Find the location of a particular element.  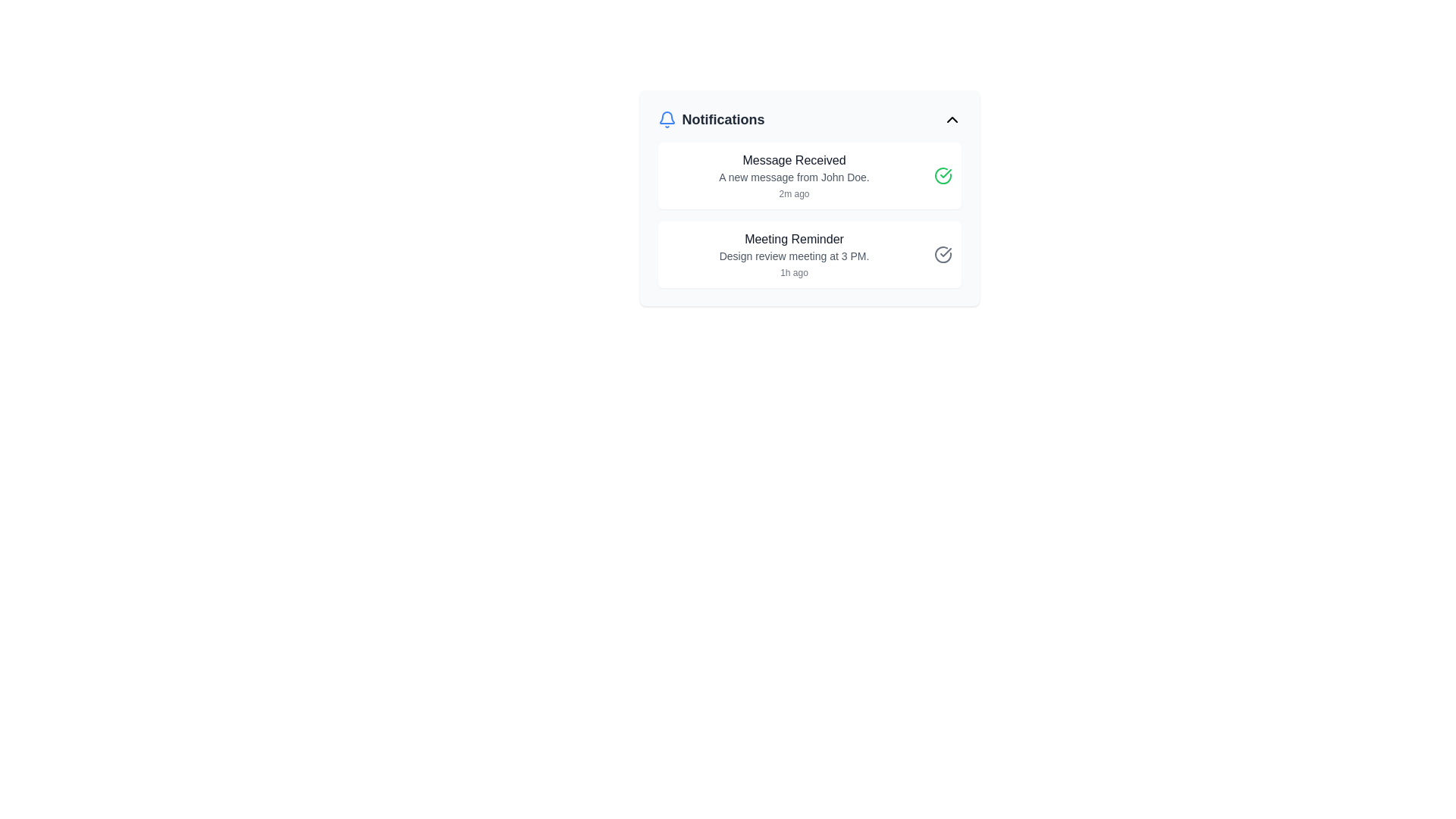

the circular segment of the checkmark icon located in the top-right notification entry adjacent to the 'Message Received' text is located at coordinates (942, 253).